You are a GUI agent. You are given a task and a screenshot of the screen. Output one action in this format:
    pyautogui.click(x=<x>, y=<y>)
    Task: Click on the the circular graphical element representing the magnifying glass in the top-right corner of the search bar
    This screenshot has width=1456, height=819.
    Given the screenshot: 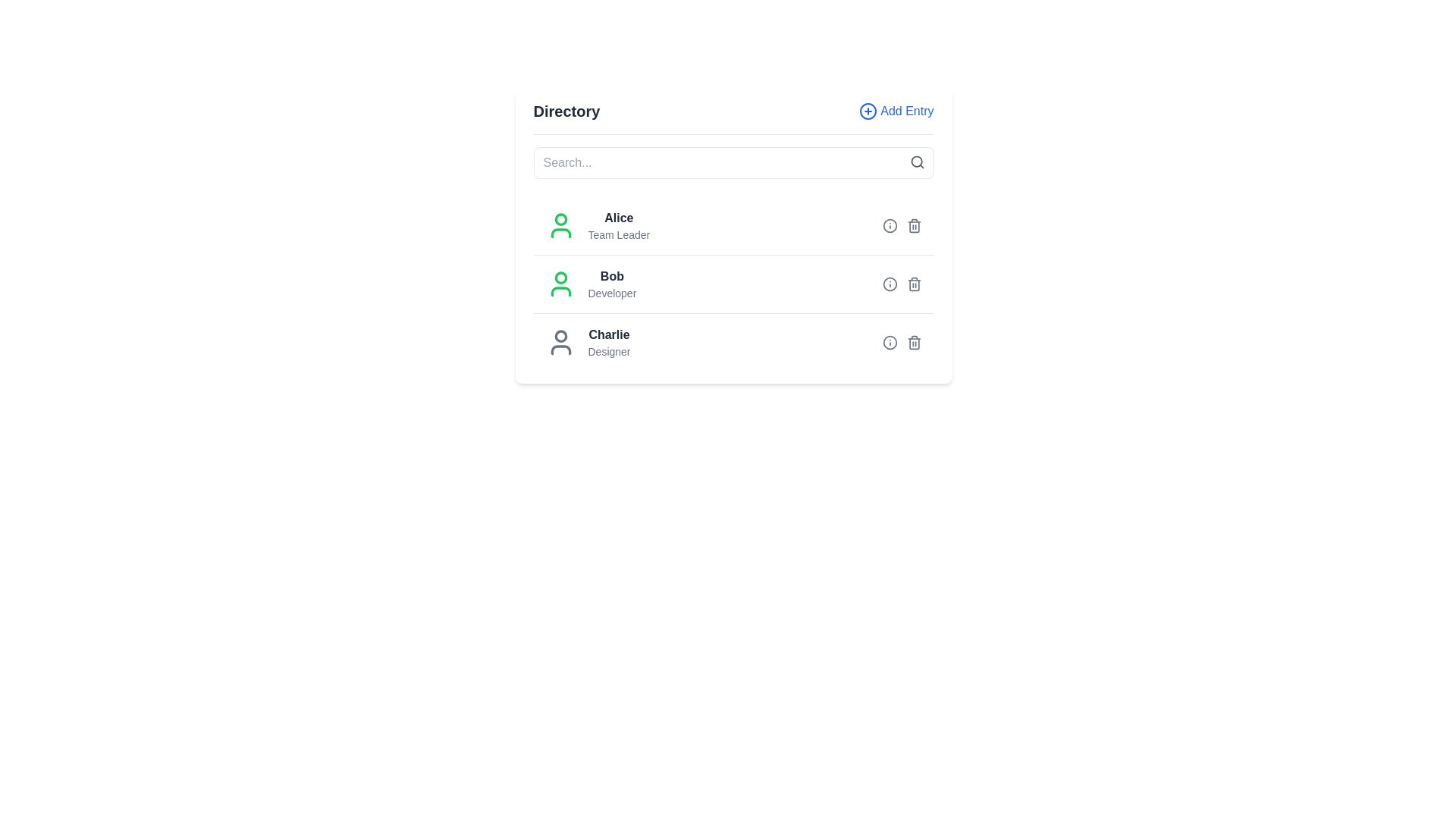 What is the action you would take?
    pyautogui.click(x=915, y=162)
    